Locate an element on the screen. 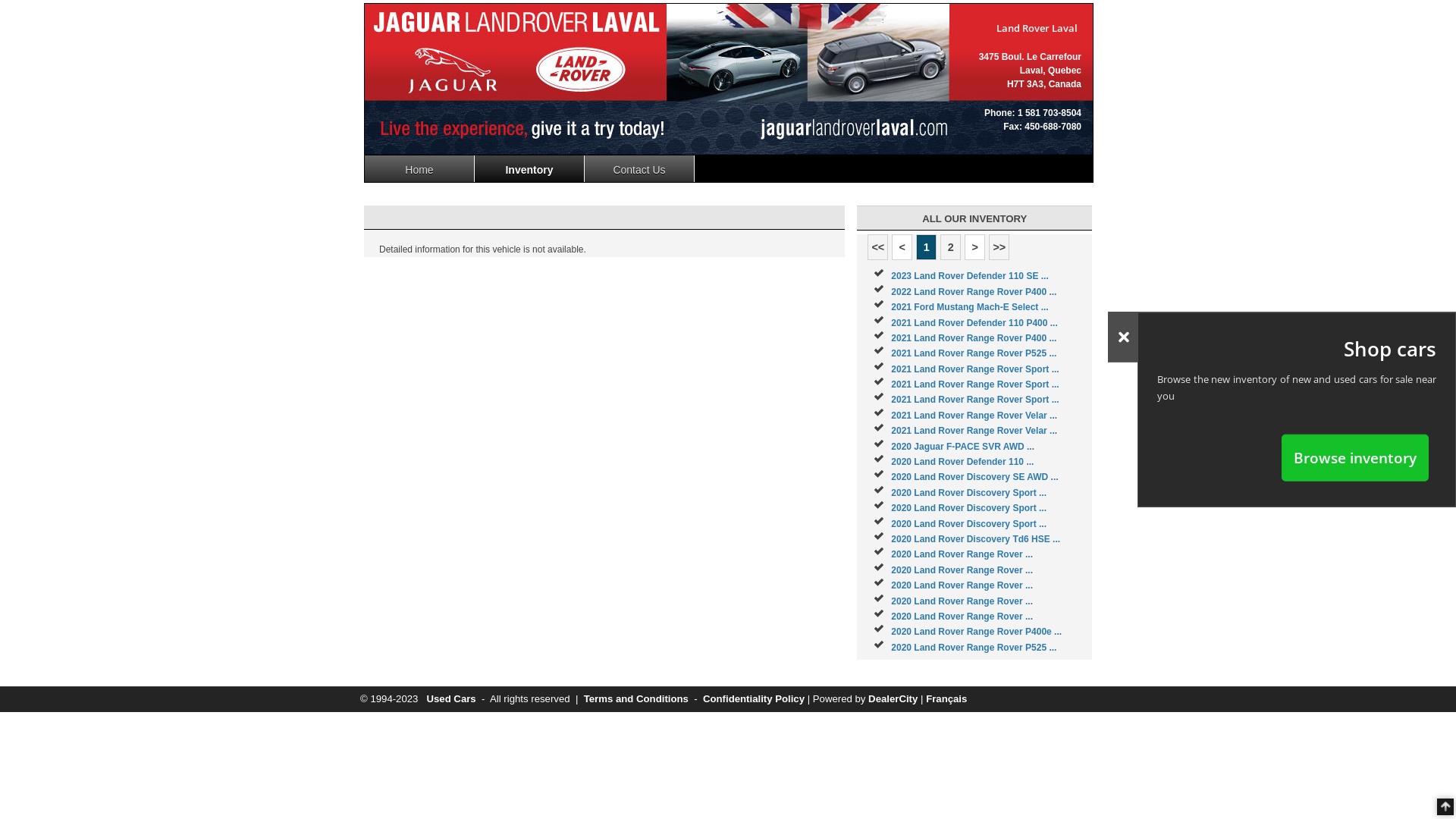 This screenshot has height=819, width=1456. '2020 Land Rover Range Rover P400e ...' is located at coordinates (891, 632).